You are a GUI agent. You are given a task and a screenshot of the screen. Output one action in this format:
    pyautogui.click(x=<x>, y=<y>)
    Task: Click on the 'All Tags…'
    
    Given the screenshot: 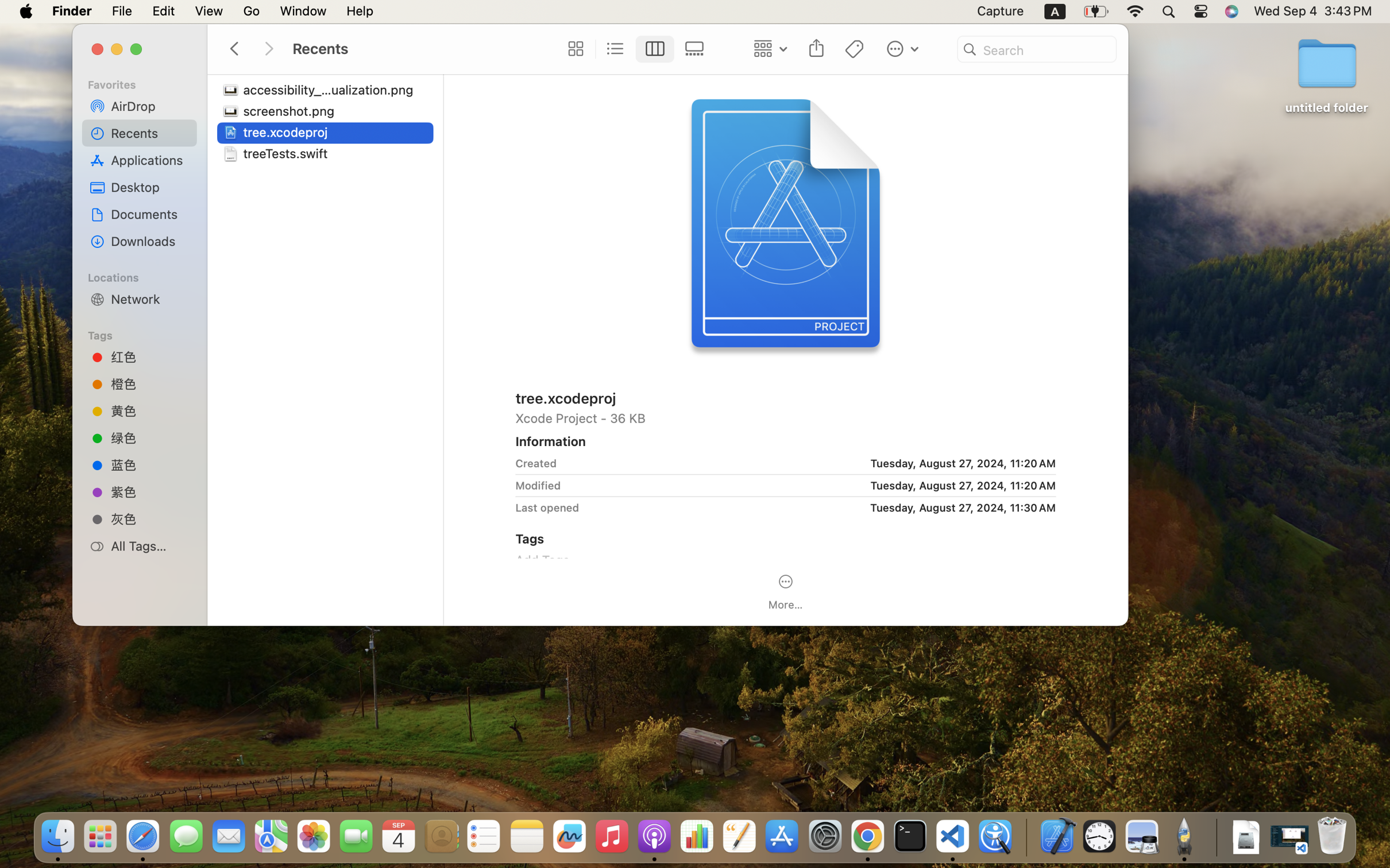 What is the action you would take?
    pyautogui.click(x=149, y=545)
    